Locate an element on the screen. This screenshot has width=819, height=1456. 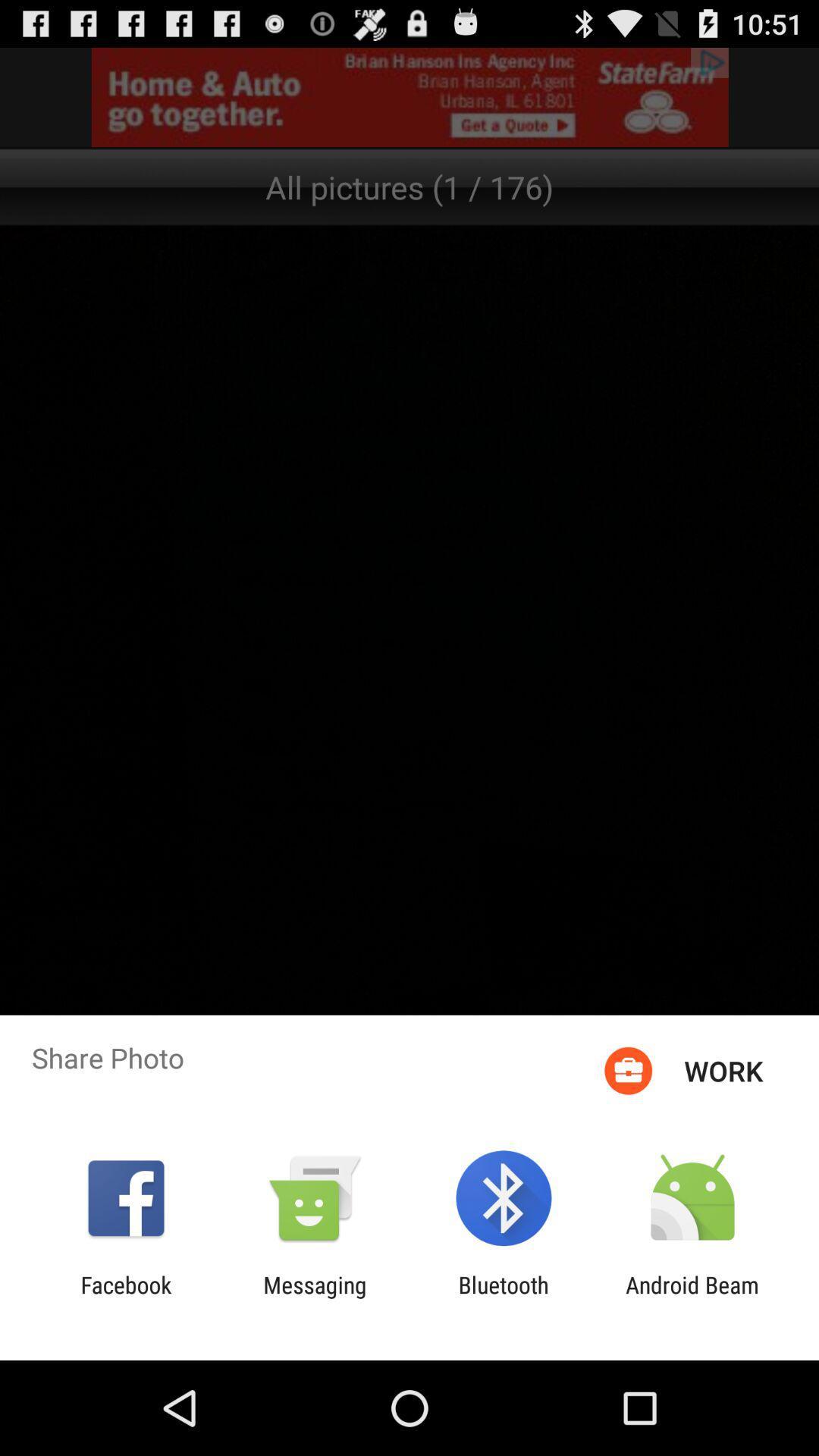
app to the right of messaging icon is located at coordinates (504, 1298).